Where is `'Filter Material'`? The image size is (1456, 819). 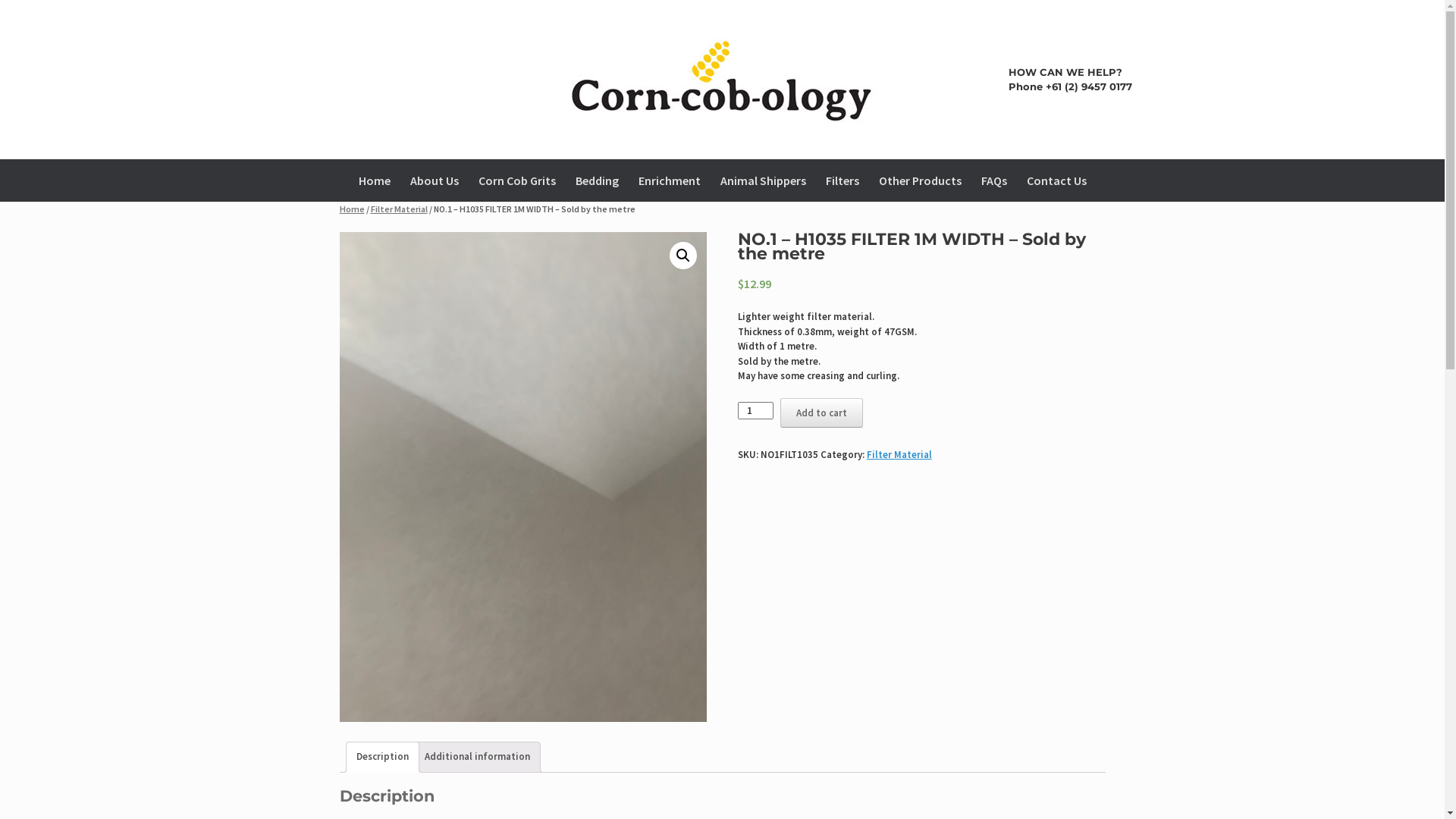
'Filter Material' is located at coordinates (398, 209).